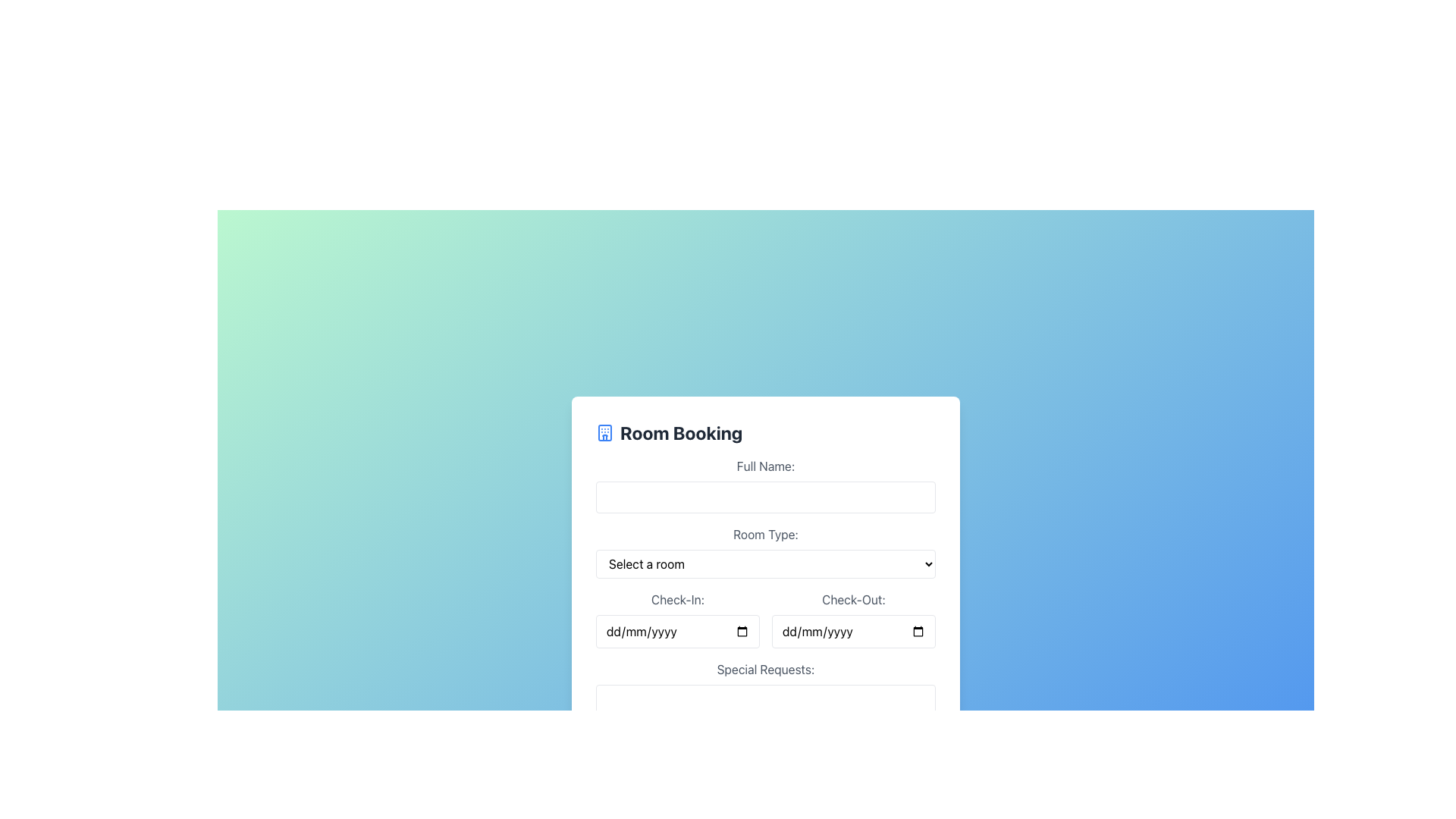 The height and width of the screenshot is (819, 1456). What do you see at coordinates (604, 432) in the screenshot?
I see `the central rounded rectangle with a light blue border located in the top left corner of the 'Room Booking' header` at bounding box center [604, 432].